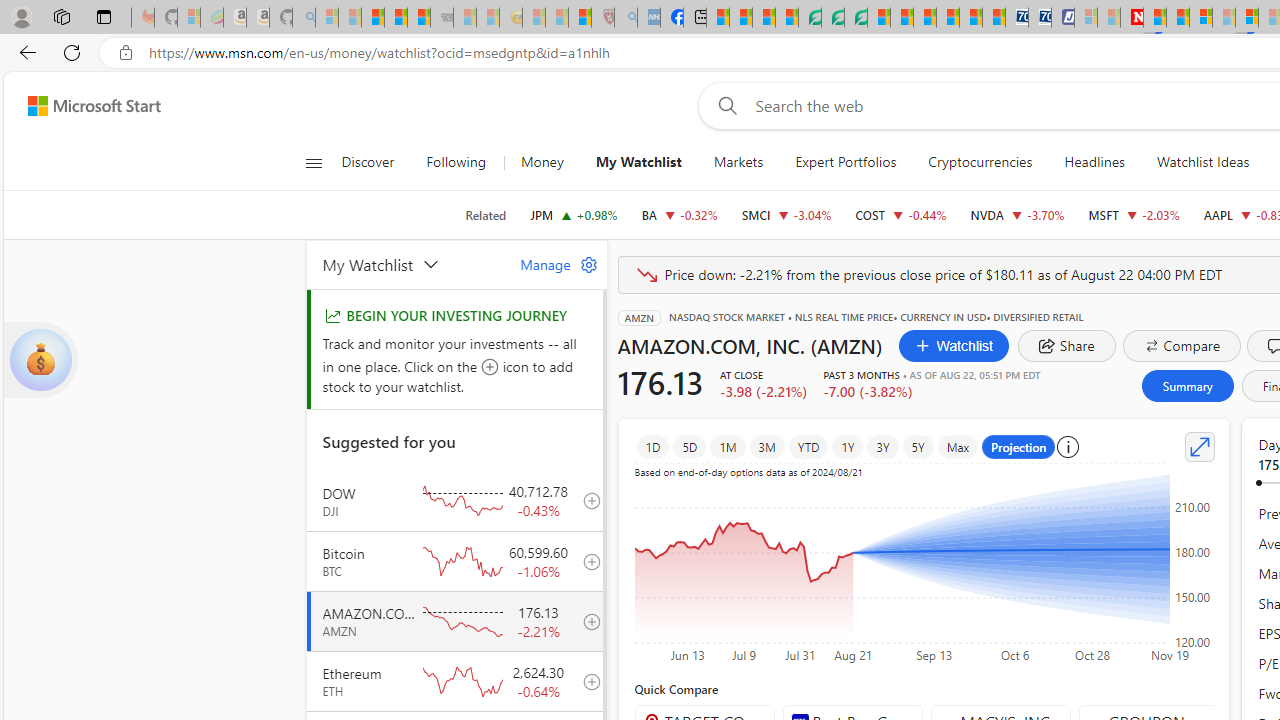  What do you see at coordinates (727, 446) in the screenshot?
I see `'1M'` at bounding box center [727, 446].